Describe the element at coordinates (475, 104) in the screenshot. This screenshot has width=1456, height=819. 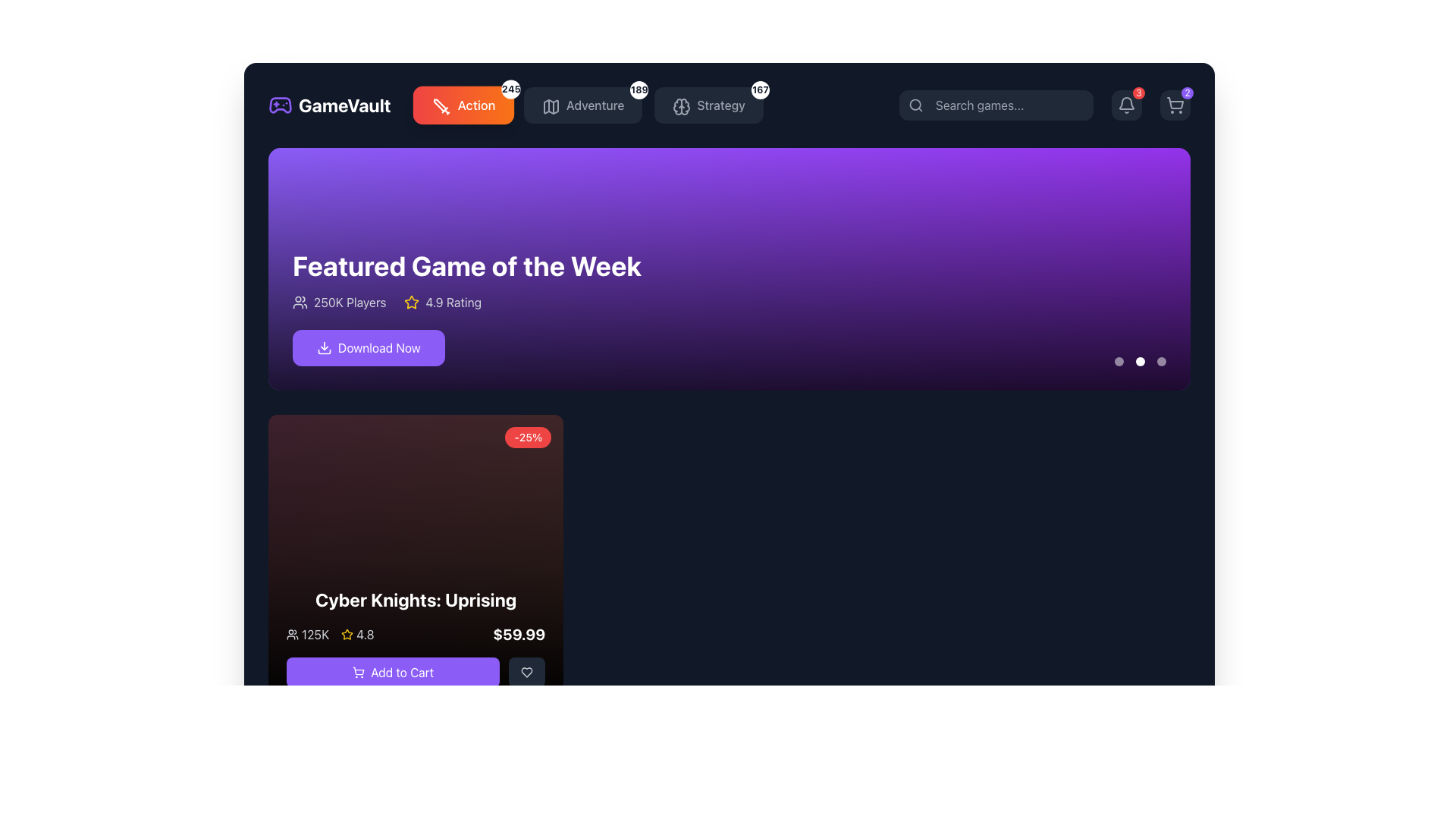
I see `the text label displaying 'Action' which is centered within the interactive button labeled 'Action245'` at that location.